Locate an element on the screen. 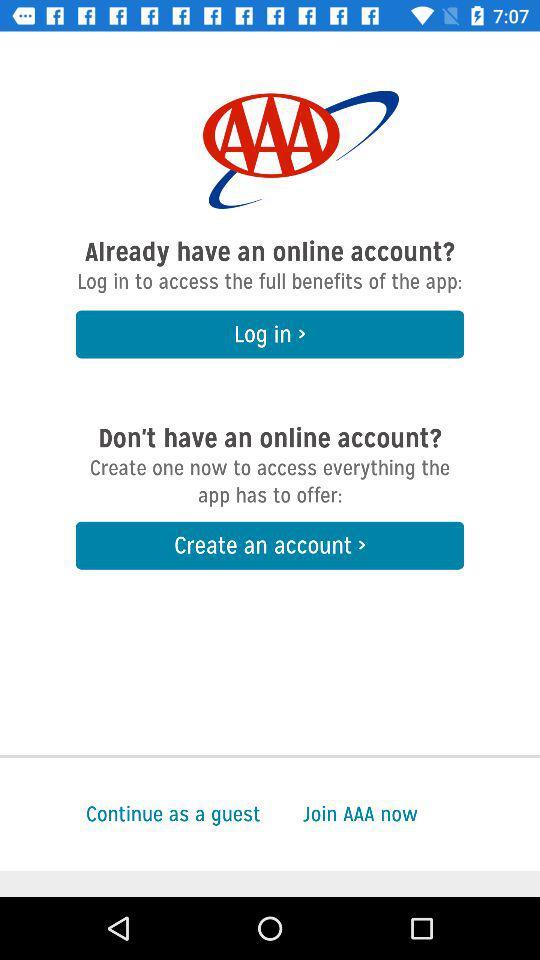 The image size is (540, 960). item next to the continue as a is located at coordinates (420, 814).